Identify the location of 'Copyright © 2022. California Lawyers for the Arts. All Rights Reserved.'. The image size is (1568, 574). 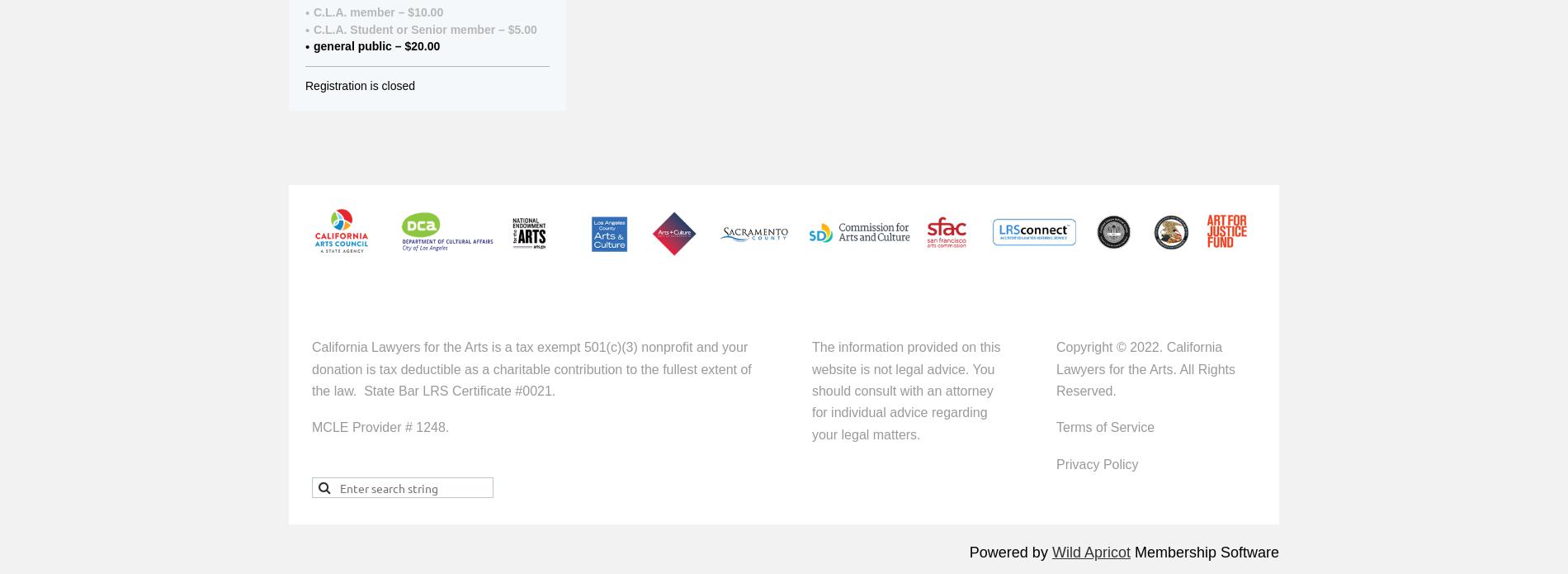
(1144, 369).